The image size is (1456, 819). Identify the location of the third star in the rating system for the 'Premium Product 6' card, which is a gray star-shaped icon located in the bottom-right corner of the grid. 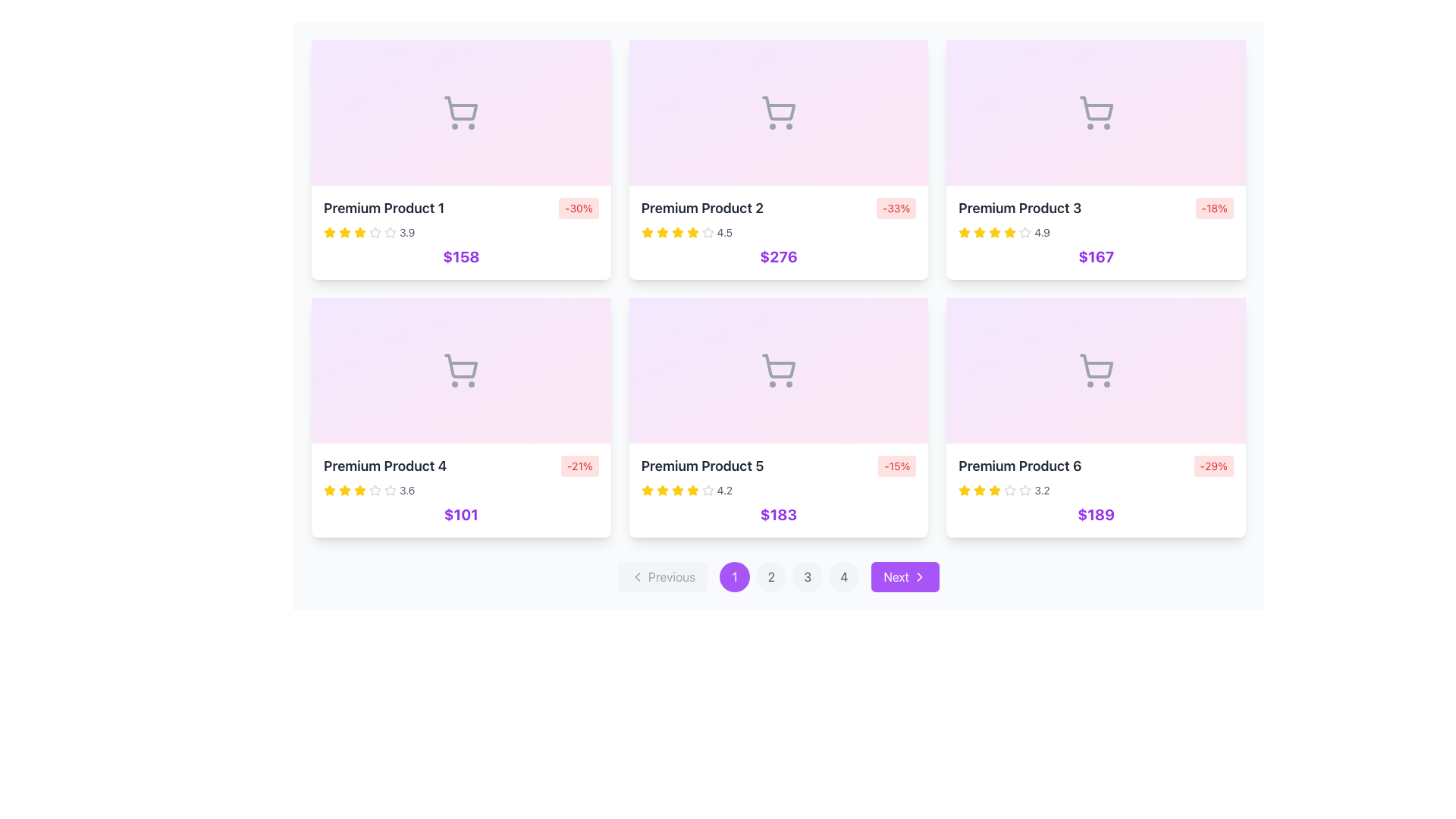
(1025, 490).